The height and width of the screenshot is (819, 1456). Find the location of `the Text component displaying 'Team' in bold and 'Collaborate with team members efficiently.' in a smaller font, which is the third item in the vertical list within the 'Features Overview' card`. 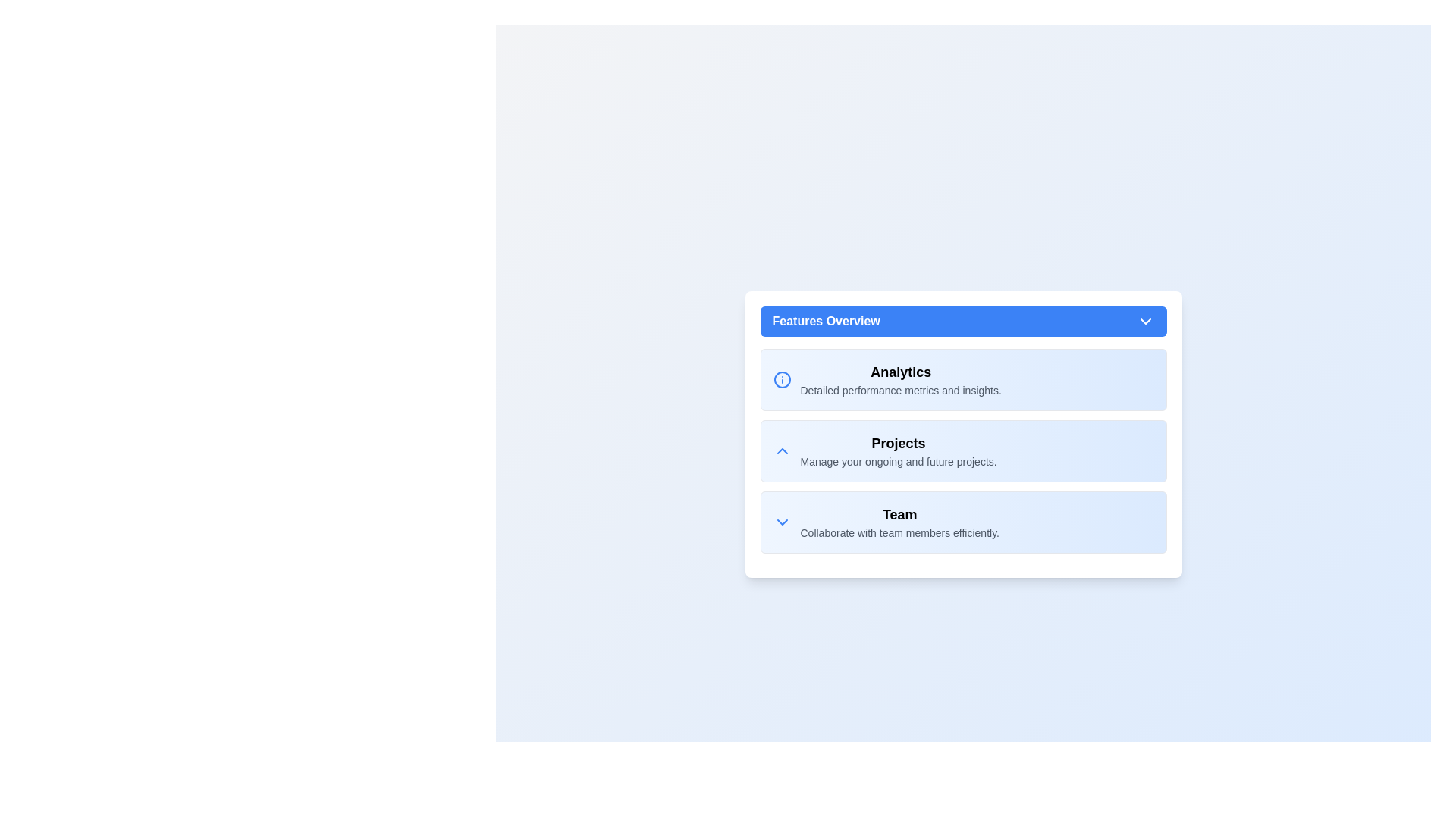

the Text component displaying 'Team' in bold and 'Collaborate with team members efficiently.' in a smaller font, which is the third item in the vertical list within the 'Features Overview' card is located at coordinates (899, 522).